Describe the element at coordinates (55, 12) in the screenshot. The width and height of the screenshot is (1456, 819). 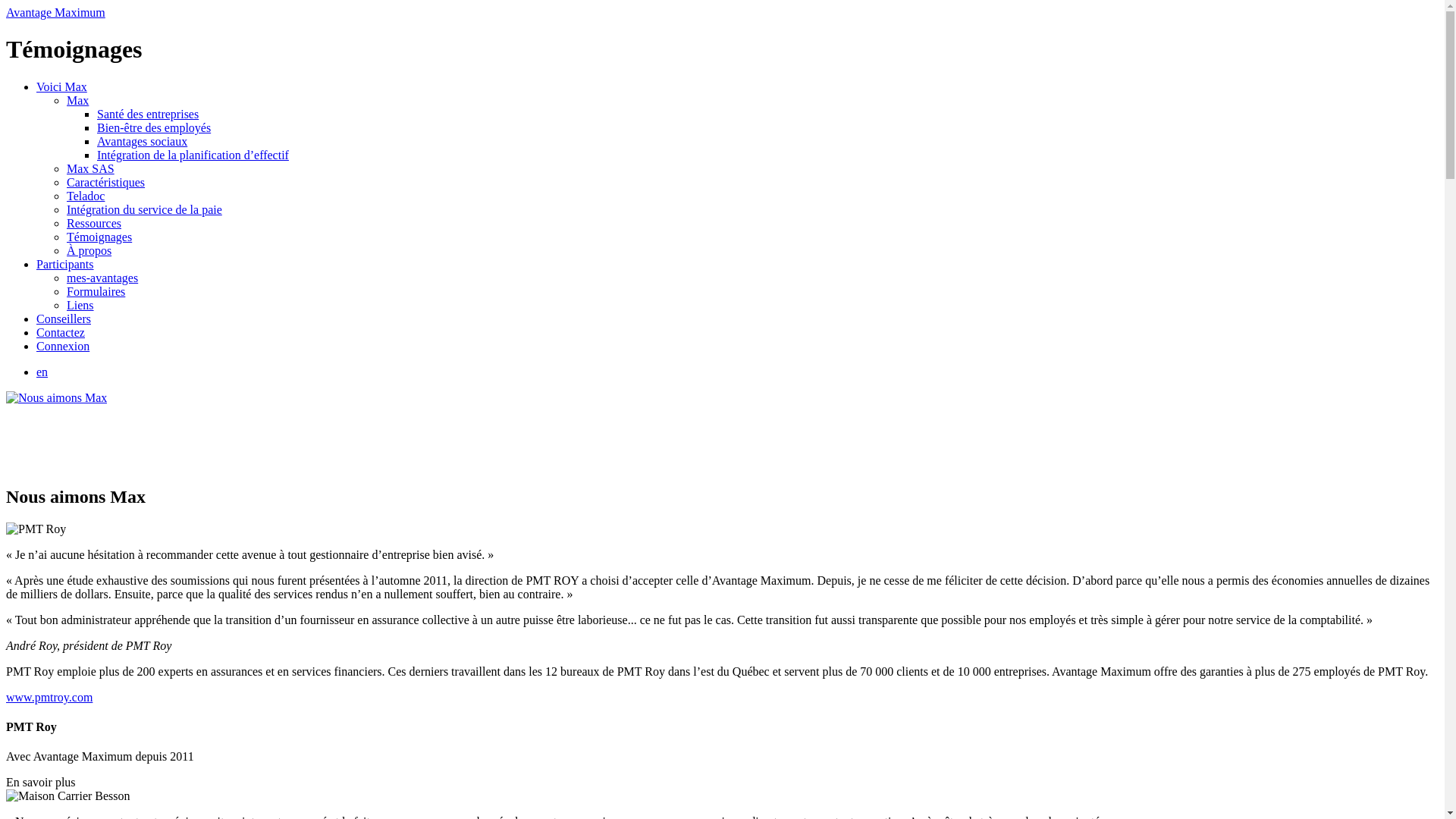
I see `'Avantage Maximum'` at that location.